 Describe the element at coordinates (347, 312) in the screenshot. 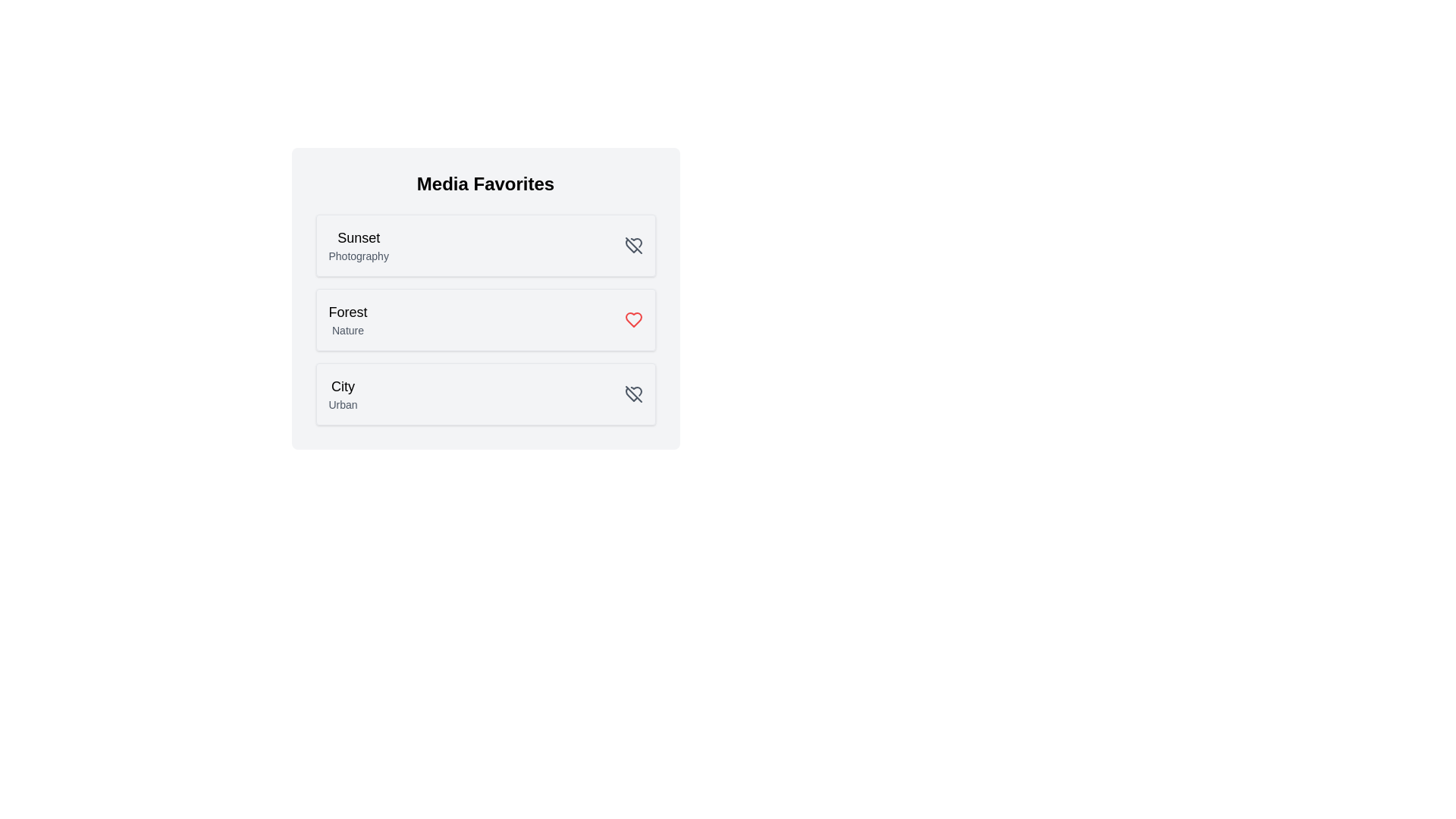

I see `the media item with name Forest to read its name and category` at that location.